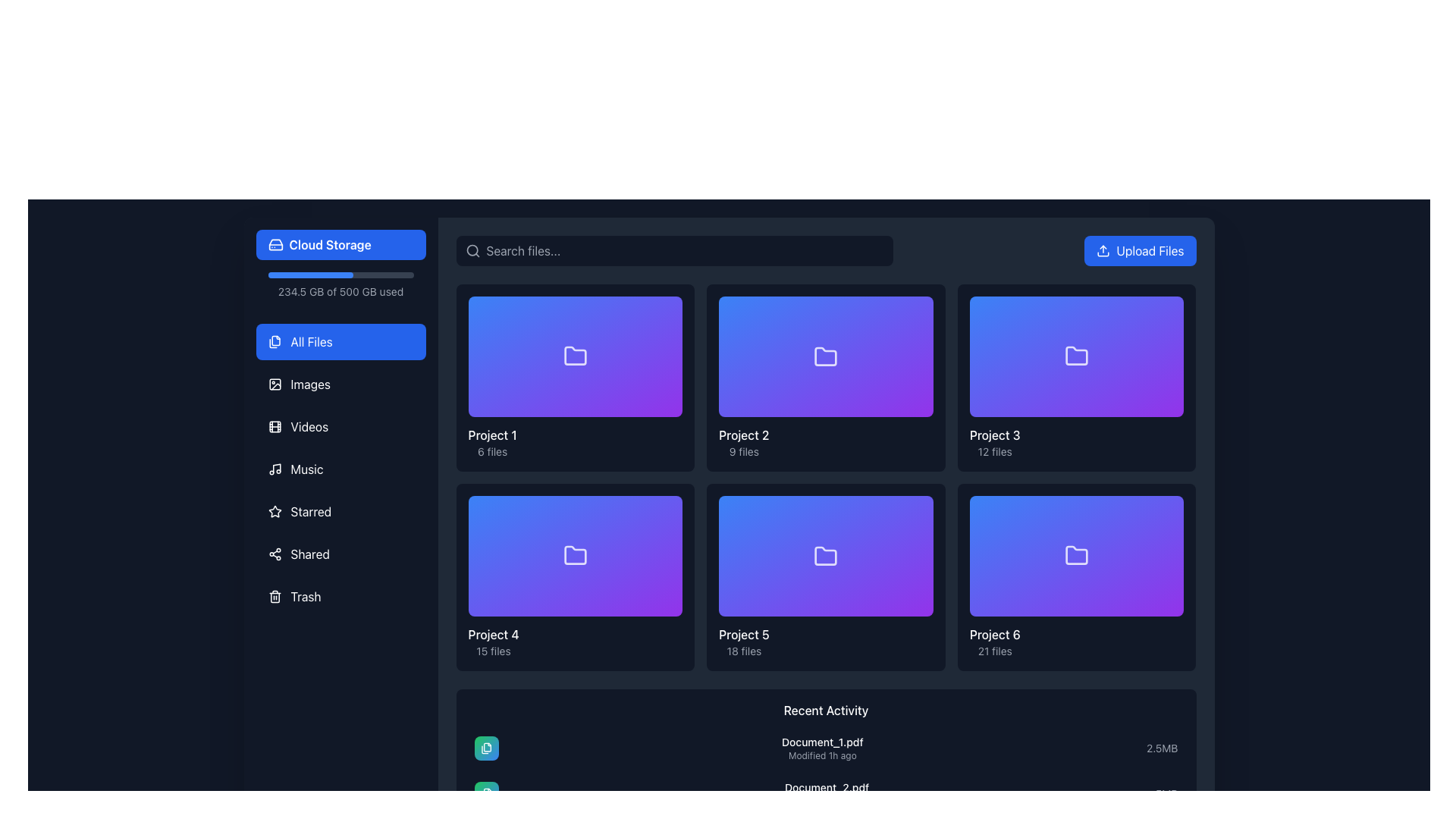 The width and height of the screenshot is (1456, 819). I want to click on the navigational text label in the secondary navigation panel on the left side of the interface, so click(309, 554).